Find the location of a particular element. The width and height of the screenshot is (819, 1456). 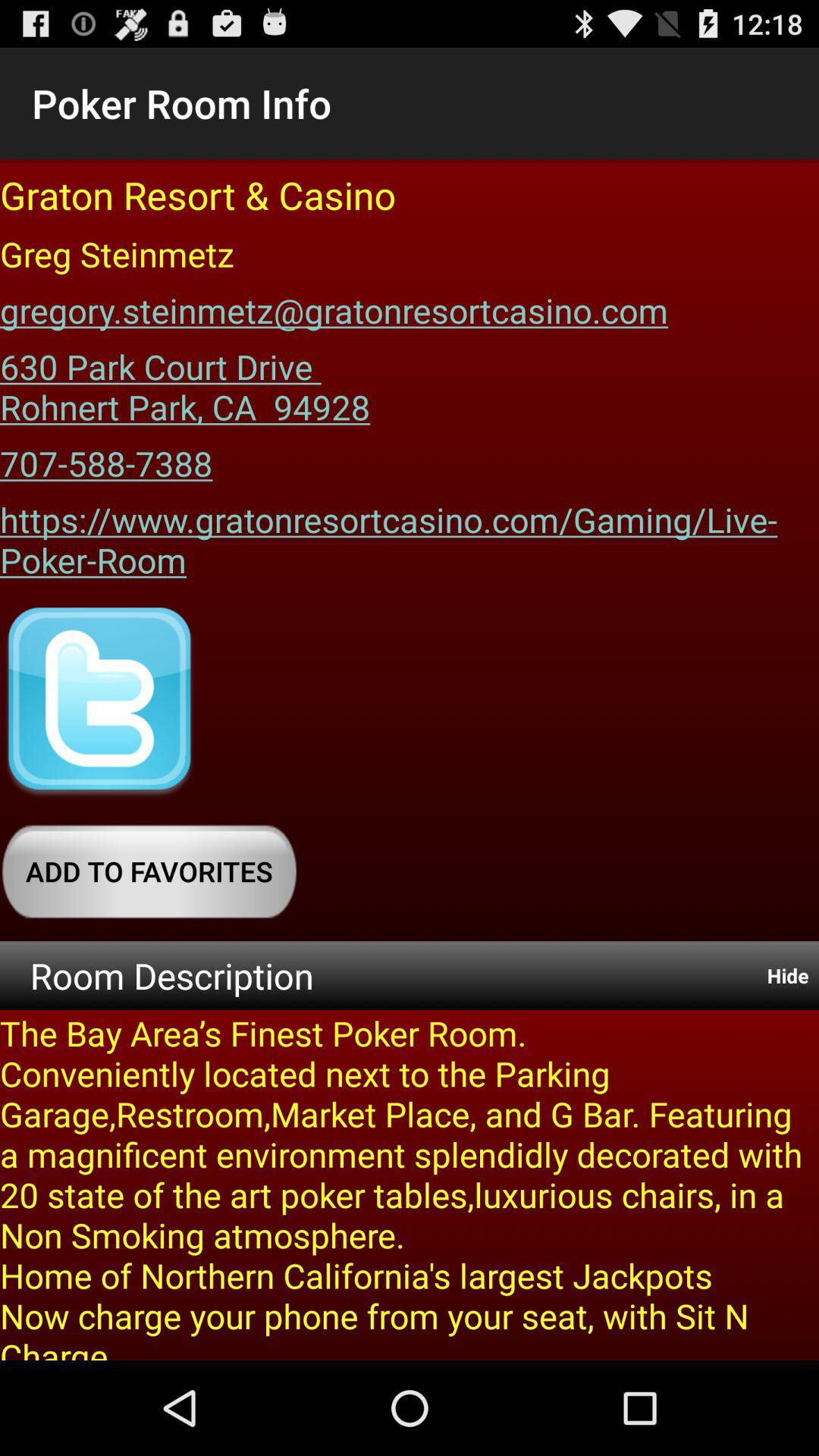

the item below the gregory steinmetz gratonresortcasino item is located at coordinates (184, 381).